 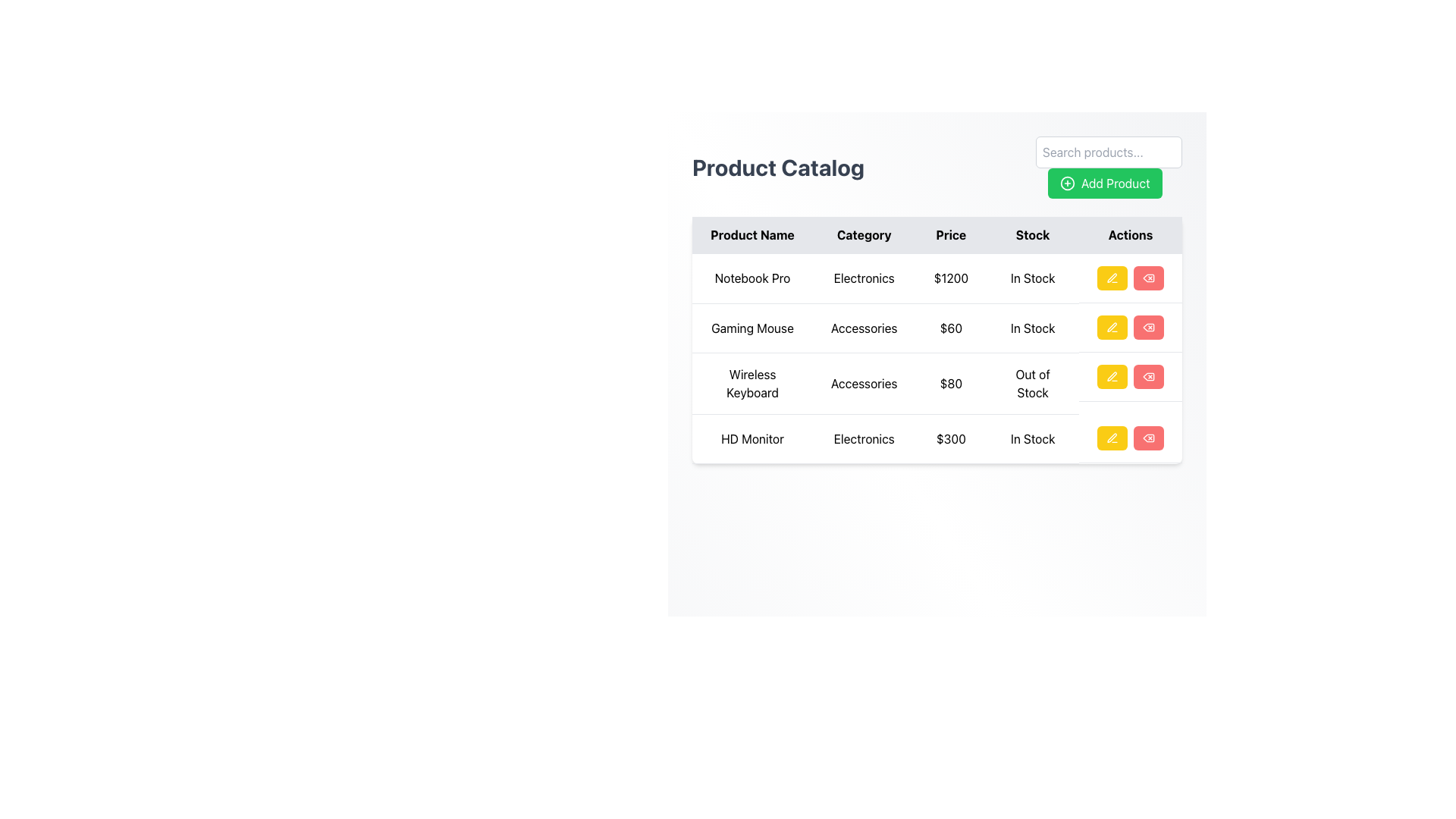 I want to click on keyboard navigation, so click(x=1131, y=327).